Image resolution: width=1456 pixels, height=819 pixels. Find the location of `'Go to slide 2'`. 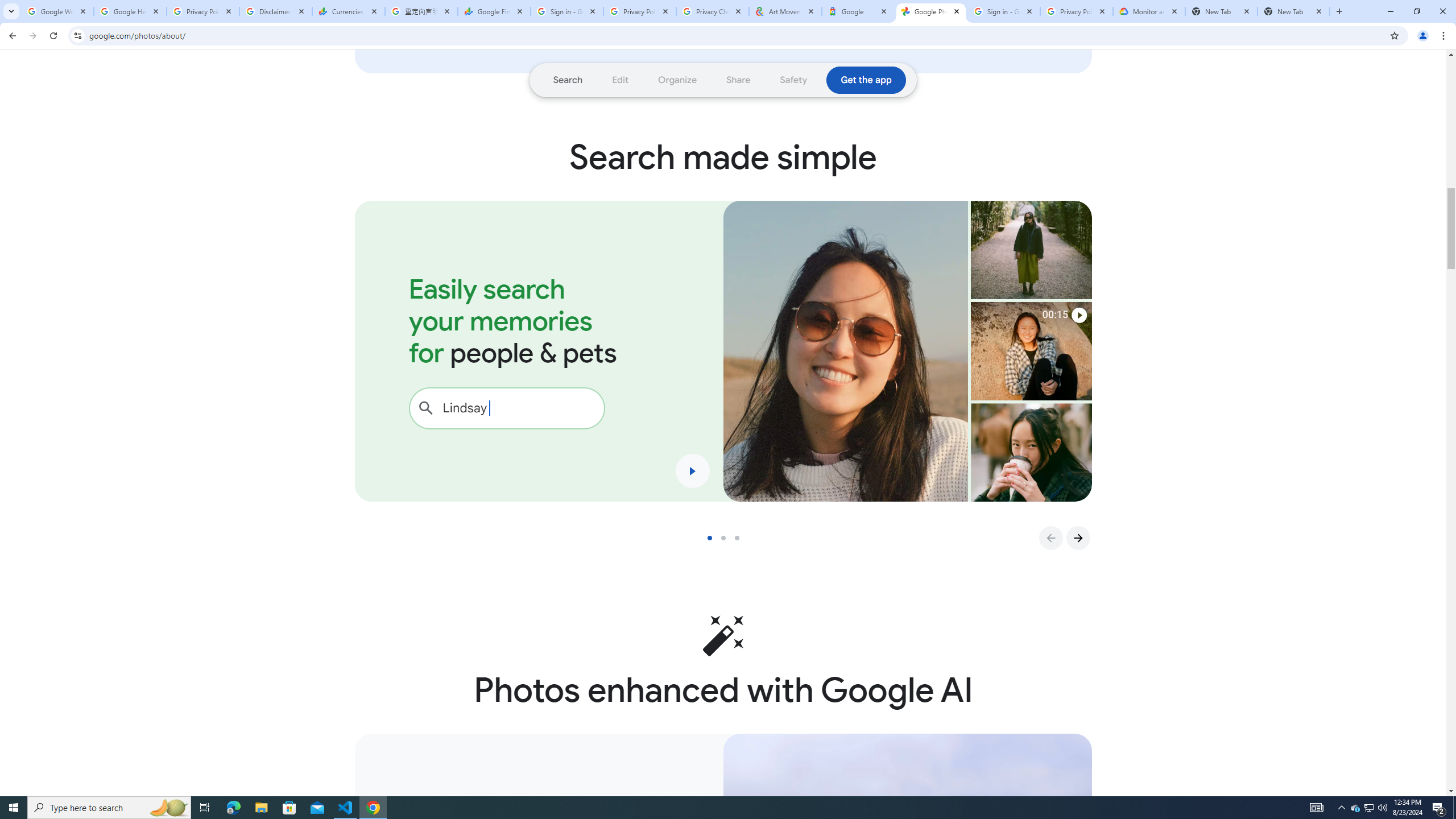

'Go to slide 2' is located at coordinates (728, 537).